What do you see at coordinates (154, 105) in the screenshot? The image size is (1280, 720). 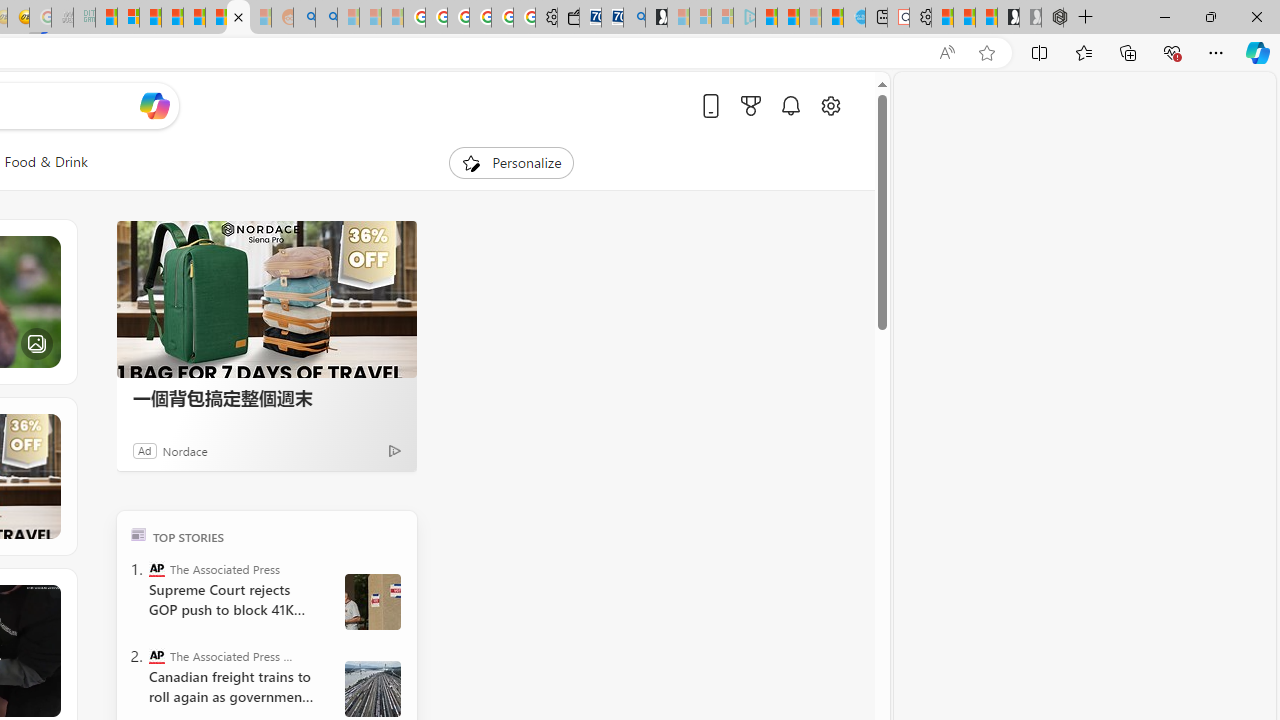 I see `'Open Copilot'` at bounding box center [154, 105].